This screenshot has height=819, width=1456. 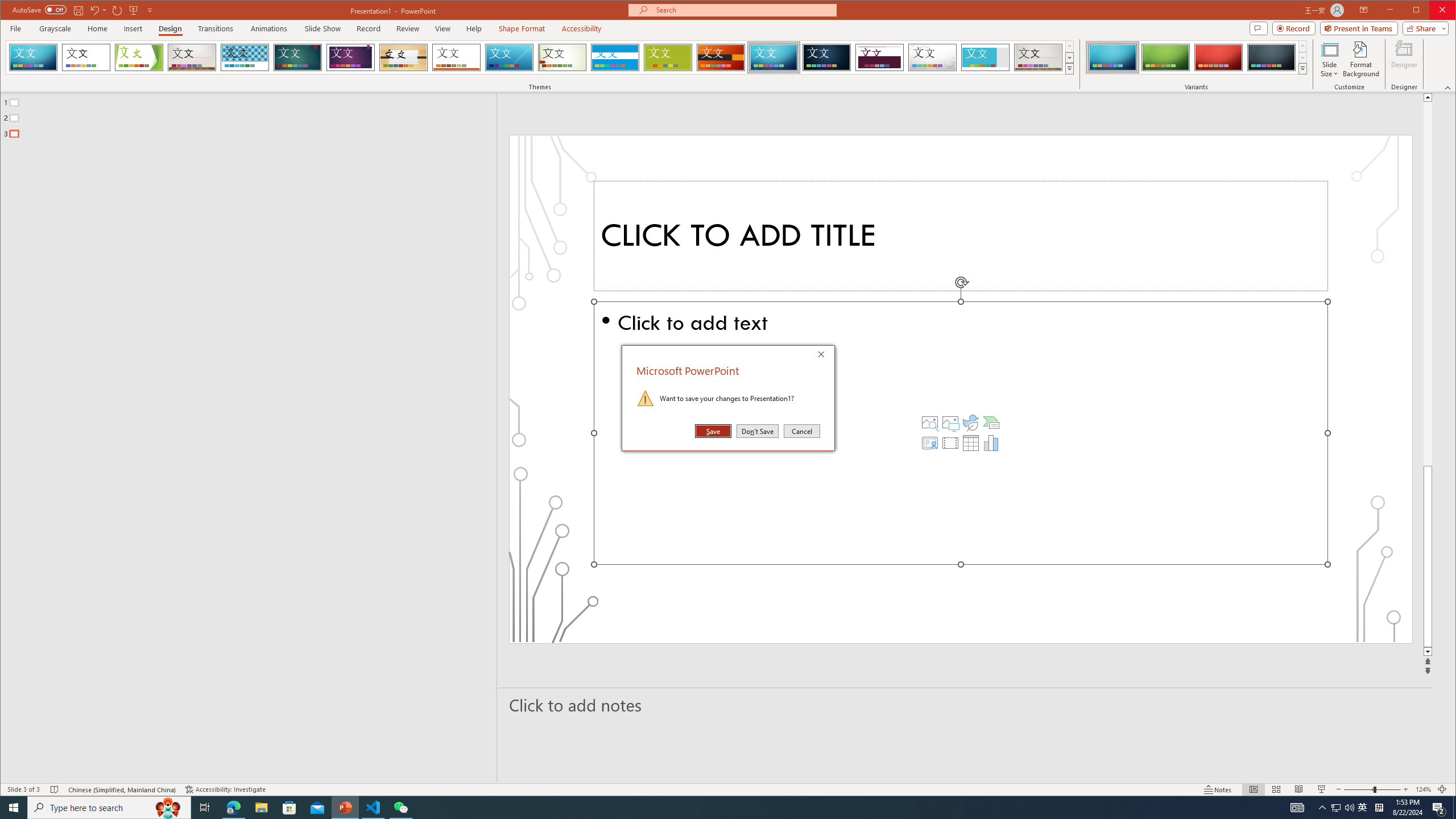 What do you see at coordinates (1038, 57) in the screenshot?
I see `'Gallery'` at bounding box center [1038, 57].